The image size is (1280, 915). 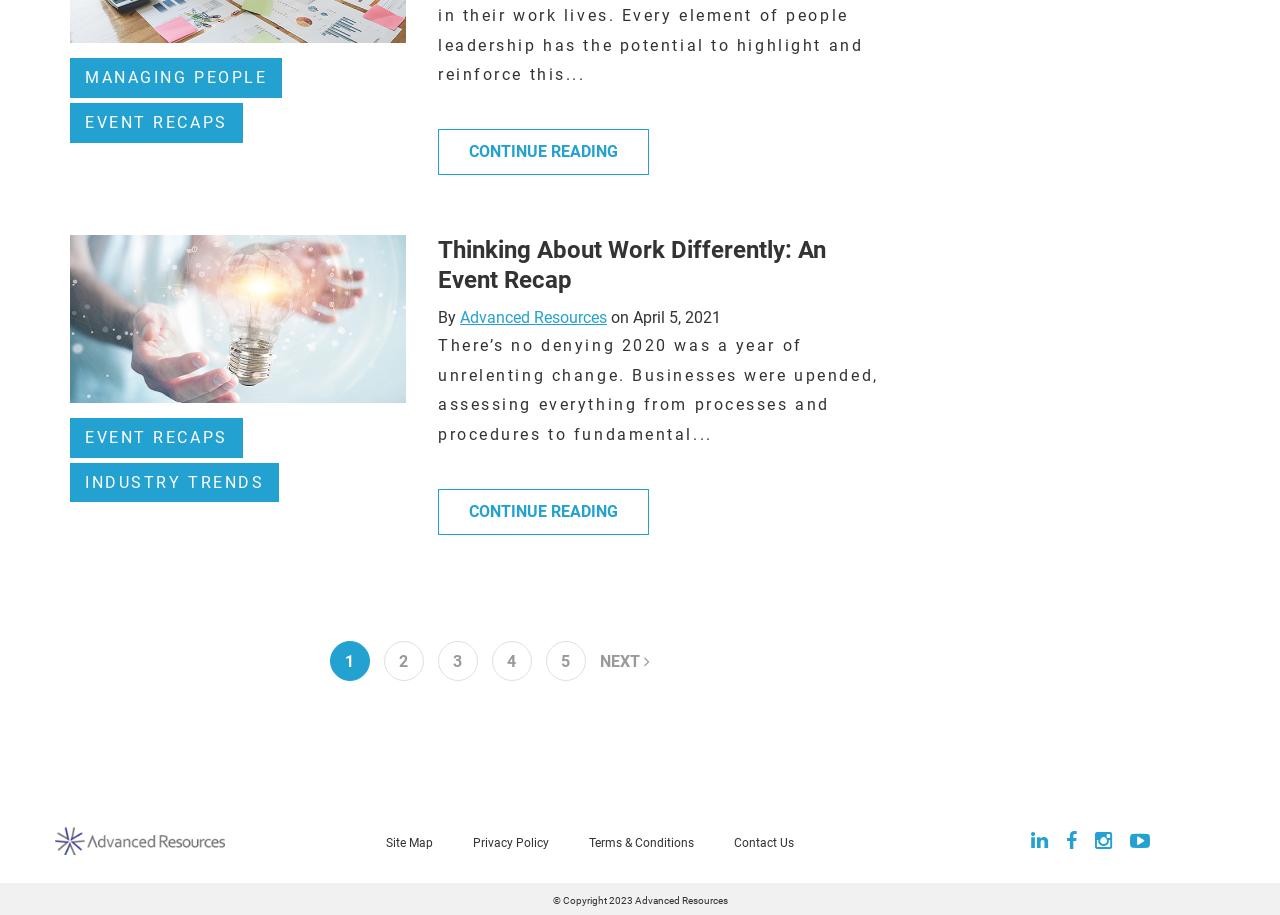 What do you see at coordinates (174, 480) in the screenshot?
I see `'Industry Trends'` at bounding box center [174, 480].